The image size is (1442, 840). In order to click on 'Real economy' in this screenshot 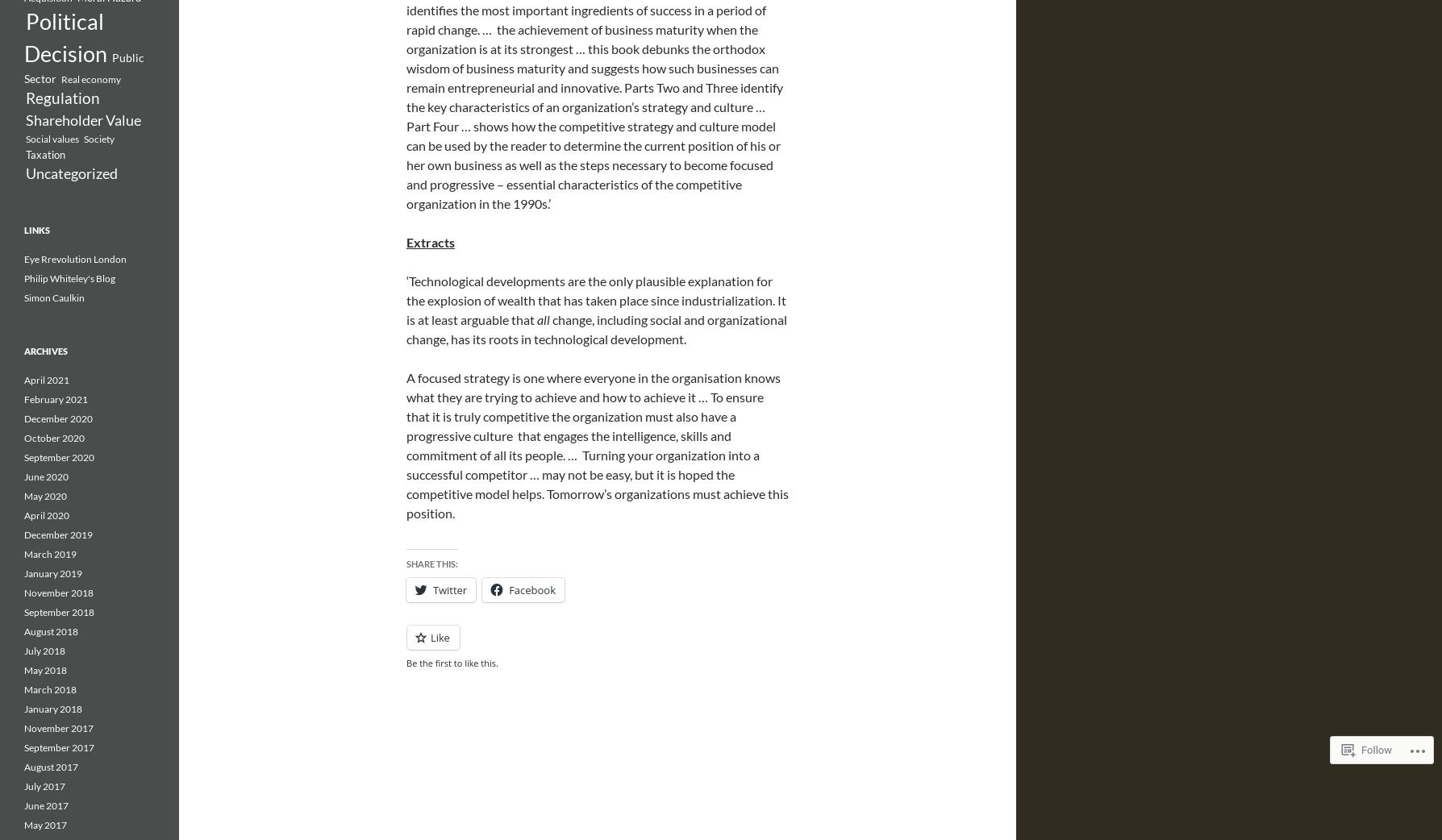, I will do `click(91, 78)`.